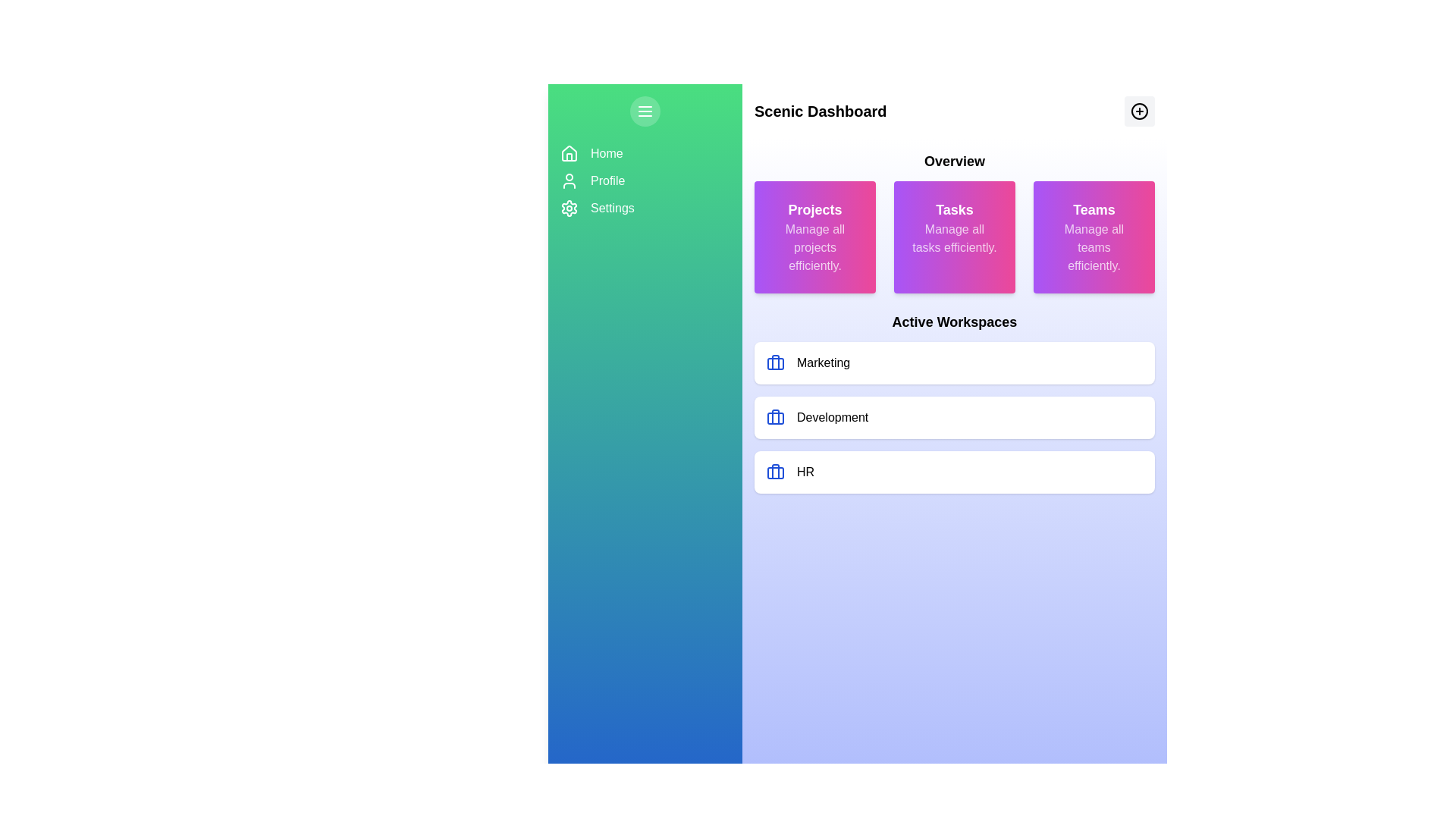 This screenshot has width=1456, height=819. What do you see at coordinates (953, 418) in the screenshot?
I see `the 'Development' button, which is a white, rounded rectangle with shadow effects located in the list of 'Active Workspaces'` at bounding box center [953, 418].